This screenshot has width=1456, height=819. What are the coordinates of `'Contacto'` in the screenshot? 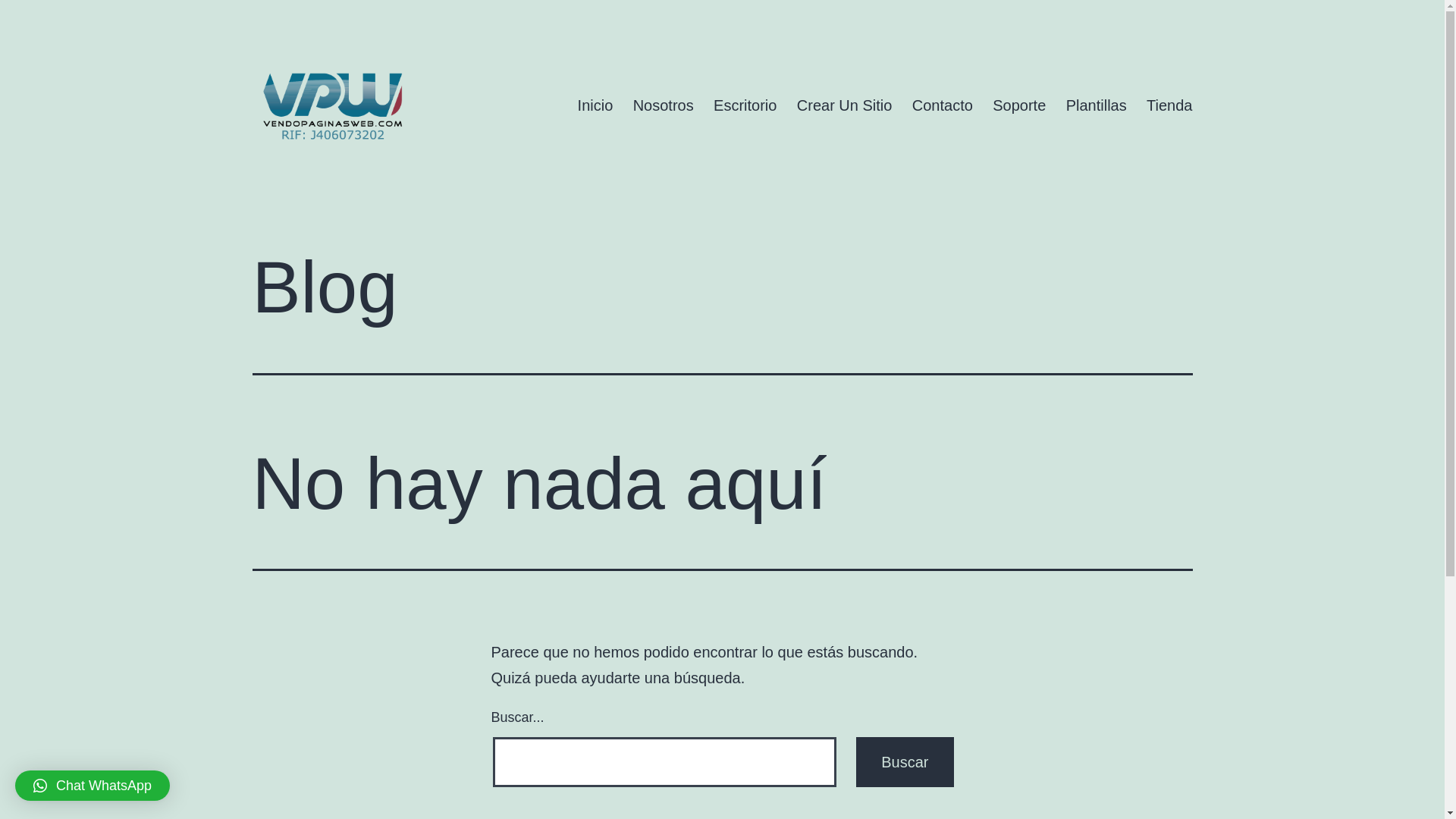 It's located at (902, 104).